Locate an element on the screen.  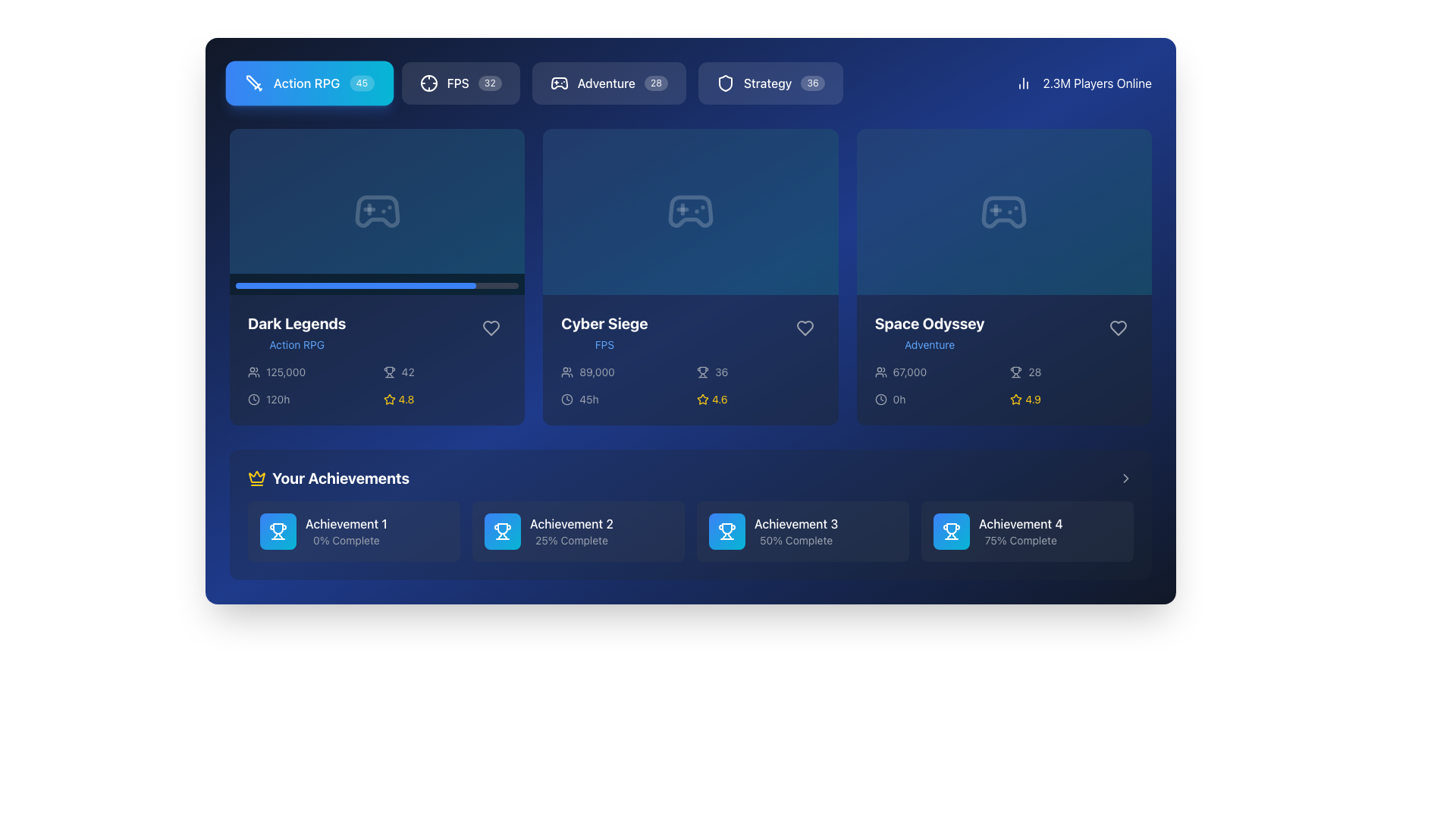
the heart-shaped icon located at the bottom right corner of the 'Space Odyssey' card to observe its response is located at coordinates (1118, 327).